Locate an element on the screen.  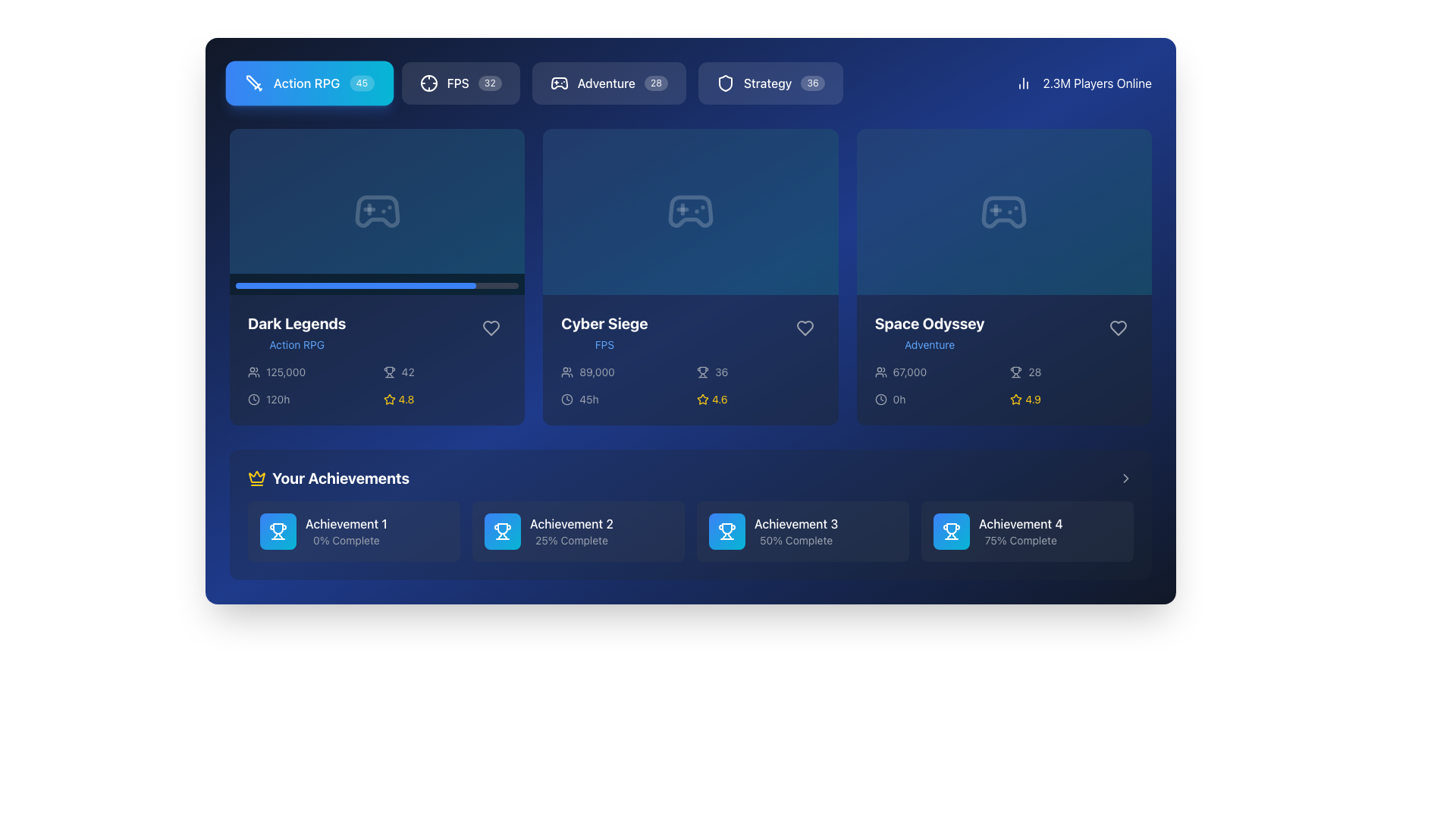
the heart-shaped icon located at the bottom right corner of the 'Space Odyssey' card to observe its response is located at coordinates (1118, 327).